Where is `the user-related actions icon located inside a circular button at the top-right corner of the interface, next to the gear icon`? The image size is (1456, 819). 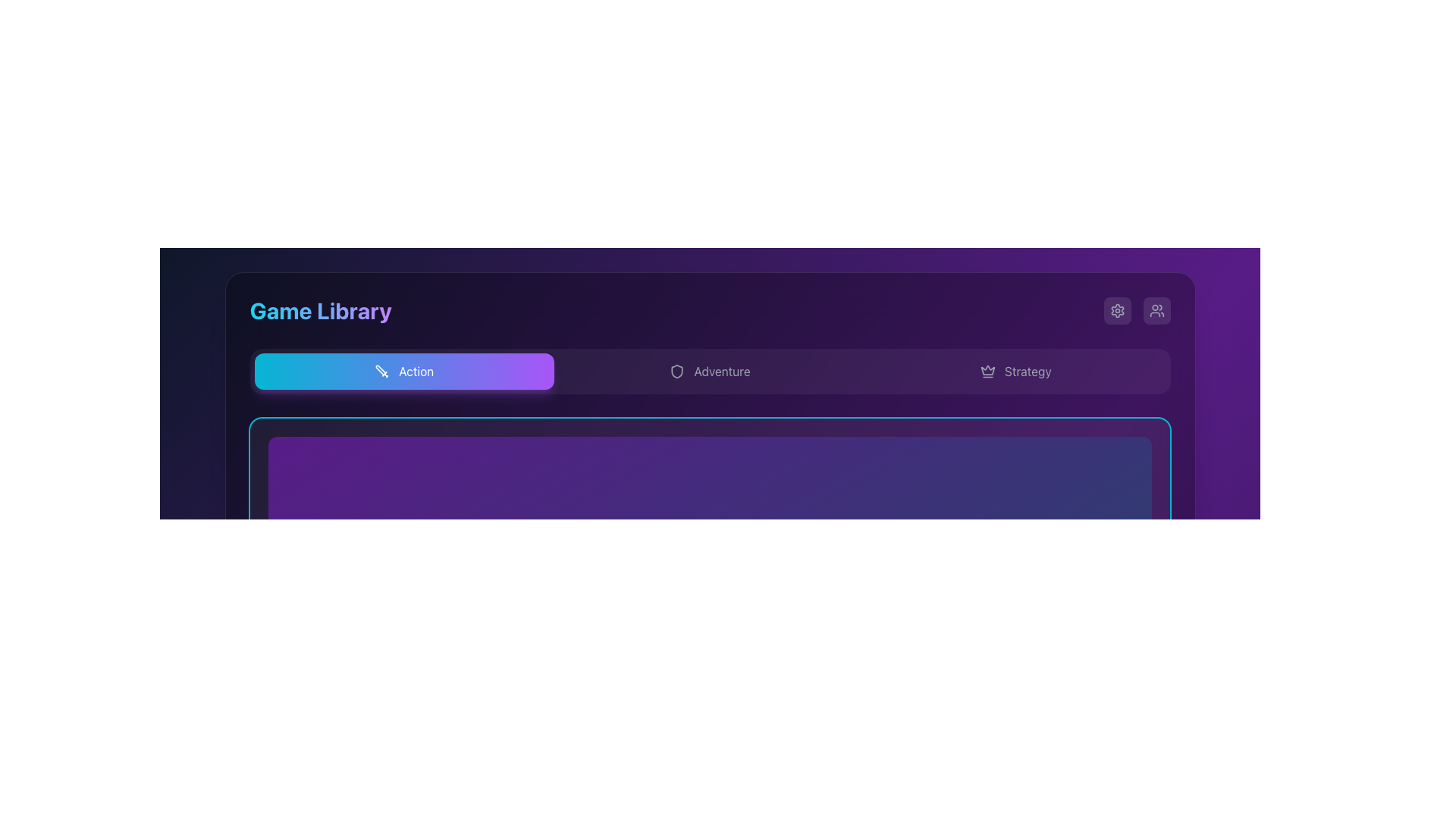 the user-related actions icon located inside a circular button at the top-right corner of the interface, next to the gear icon is located at coordinates (1156, 309).